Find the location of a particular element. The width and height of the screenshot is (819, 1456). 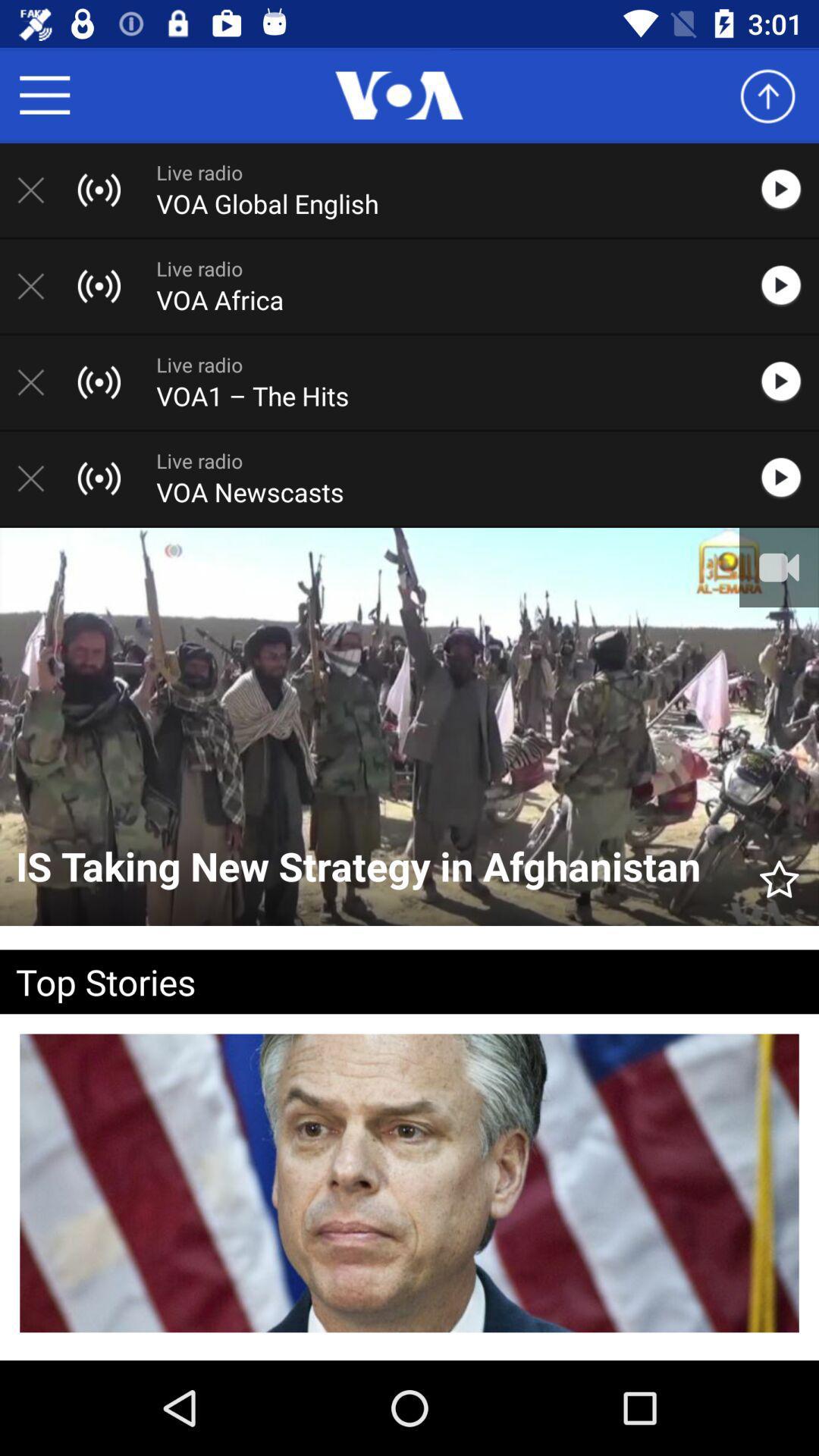

item next to is taking new is located at coordinates (779, 872).